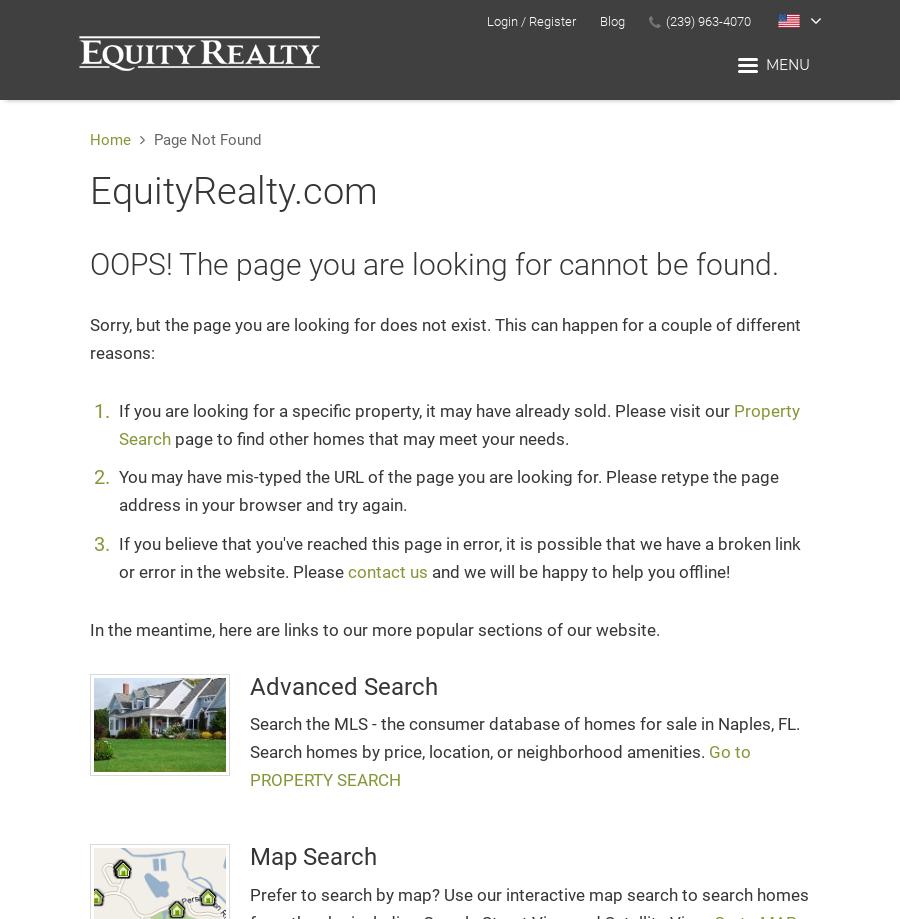 This screenshot has height=919, width=900. Describe the element at coordinates (788, 64) in the screenshot. I see `'MENU'` at that location.